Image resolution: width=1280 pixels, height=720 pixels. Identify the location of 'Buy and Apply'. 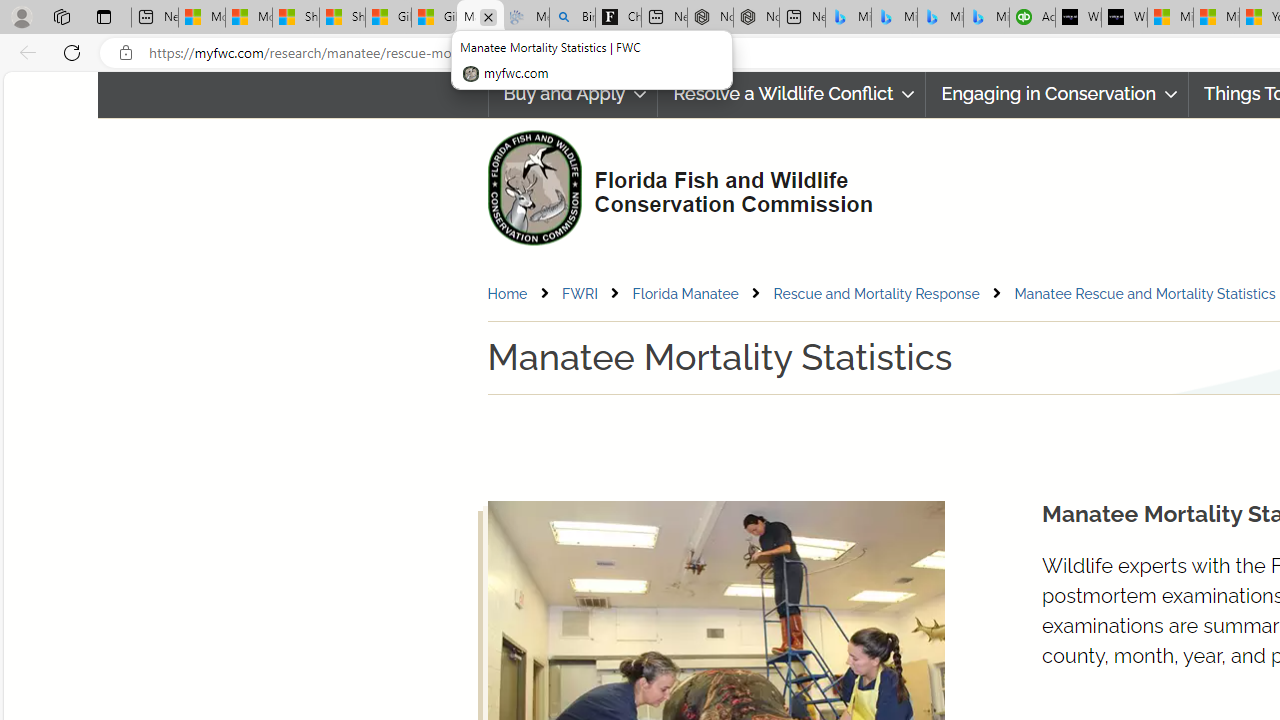
(571, 94).